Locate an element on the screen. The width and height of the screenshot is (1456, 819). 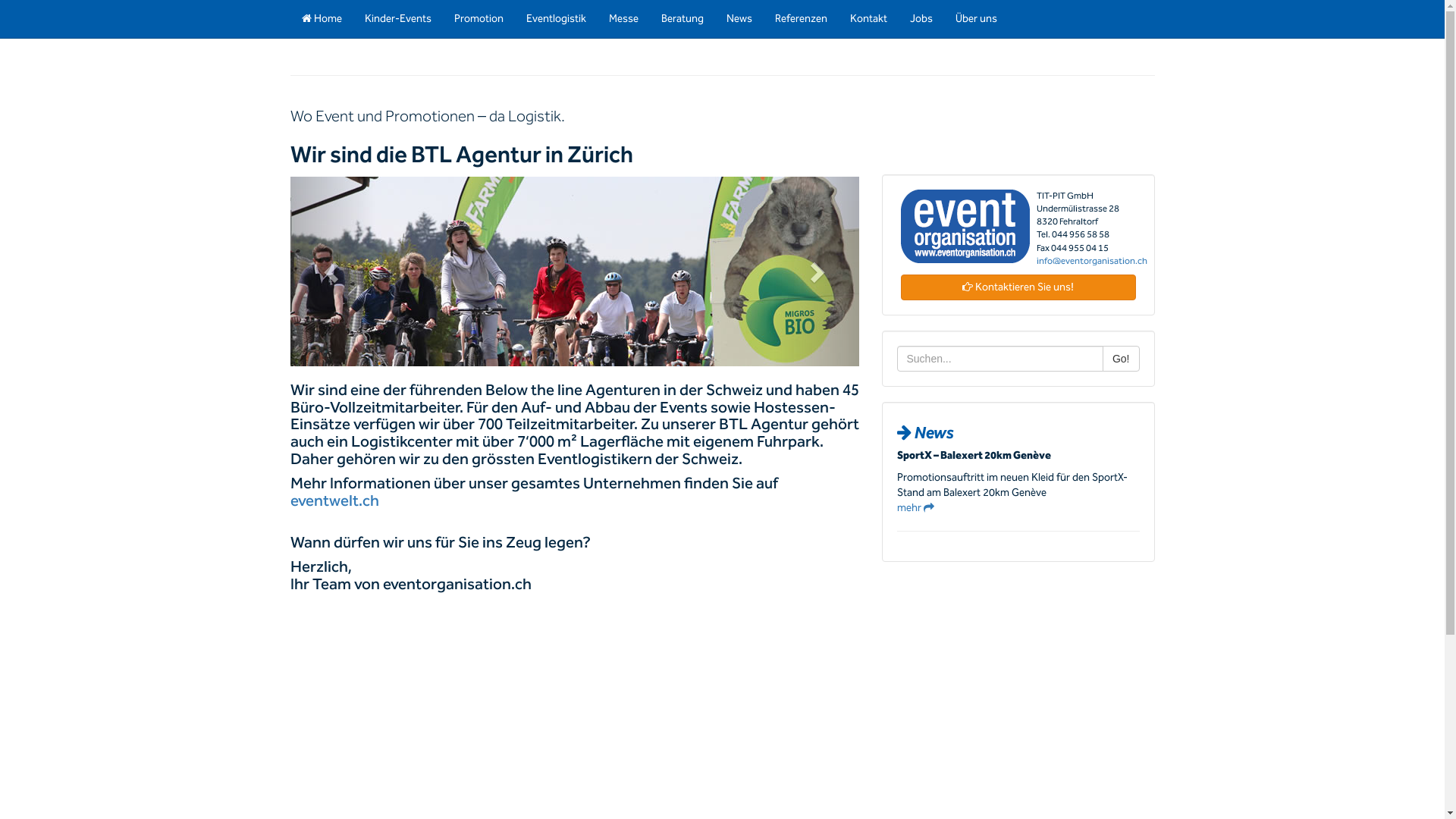
'Kontakt' is located at coordinates (868, 18).